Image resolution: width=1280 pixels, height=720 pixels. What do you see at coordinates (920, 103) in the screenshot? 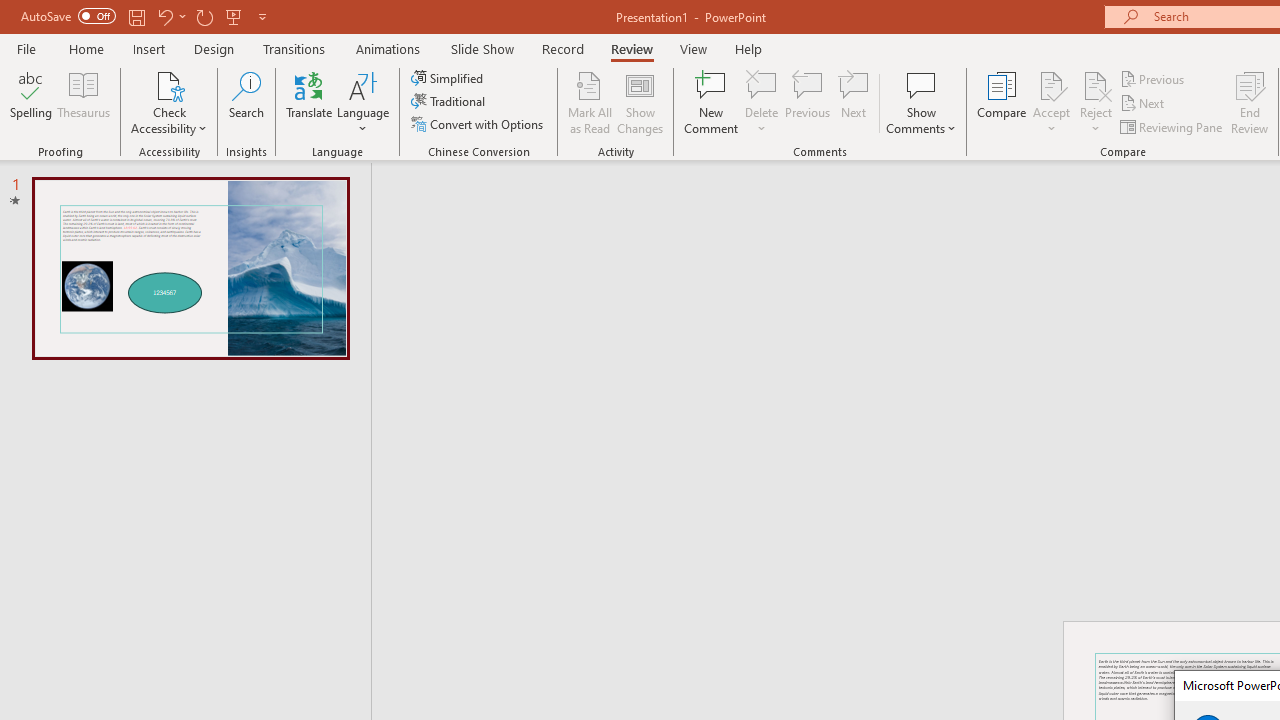
I see `'Show Comments'` at bounding box center [920, 103].